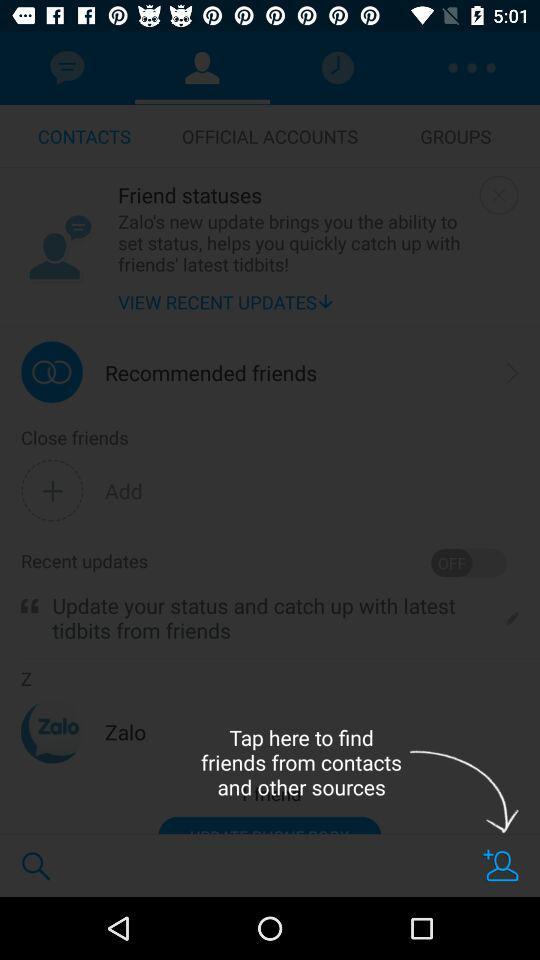 Image resolution: width=540 pixels, height=960 pixels. Describe the element at coordinates (210, 371) in the screenshot. I see `recommended friends item` at that location.